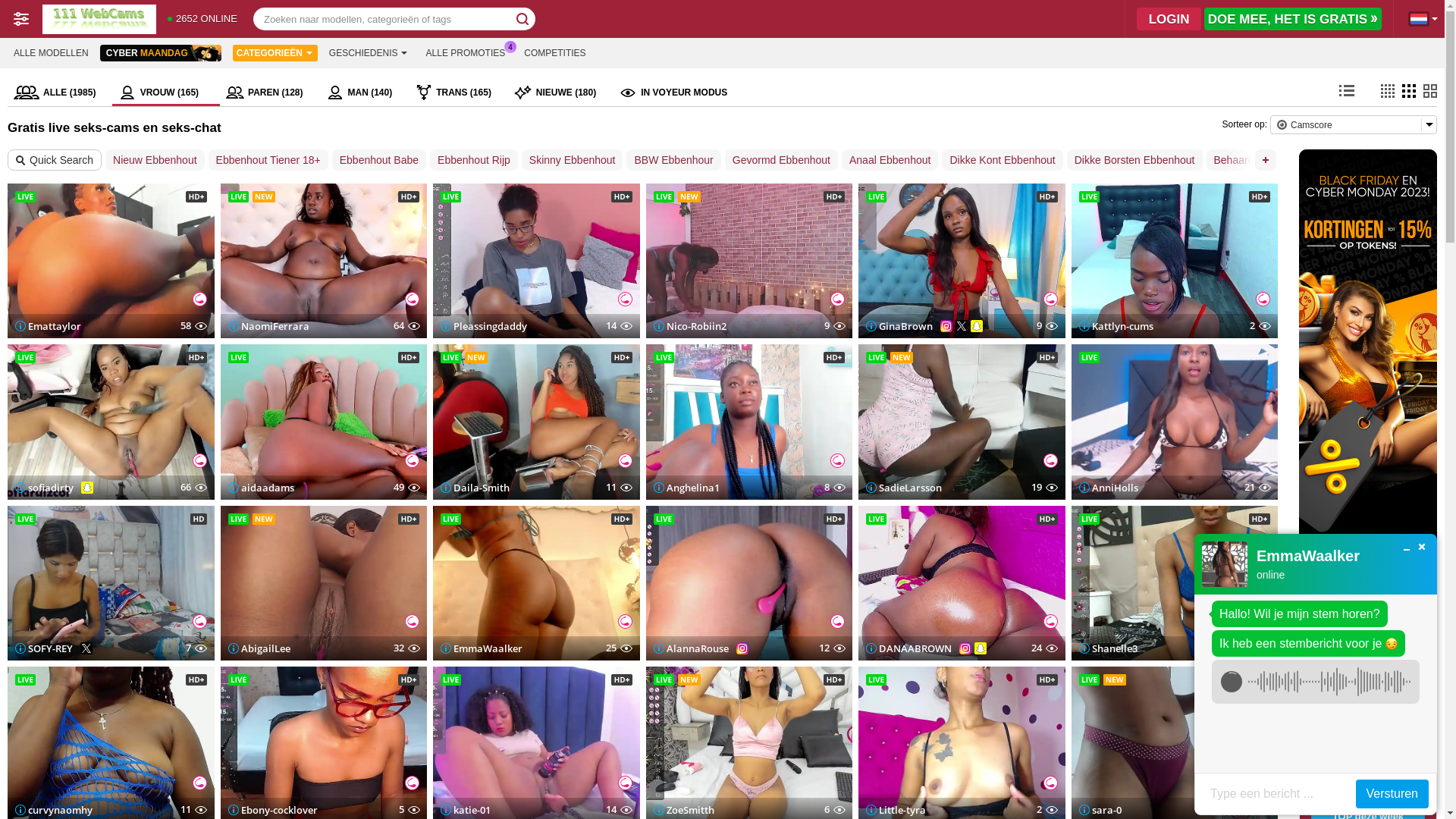  What do you see at coordinates (1168, 18) in the screenshot?
I see `'LOGIN'` at bounding box center [1168, 18].